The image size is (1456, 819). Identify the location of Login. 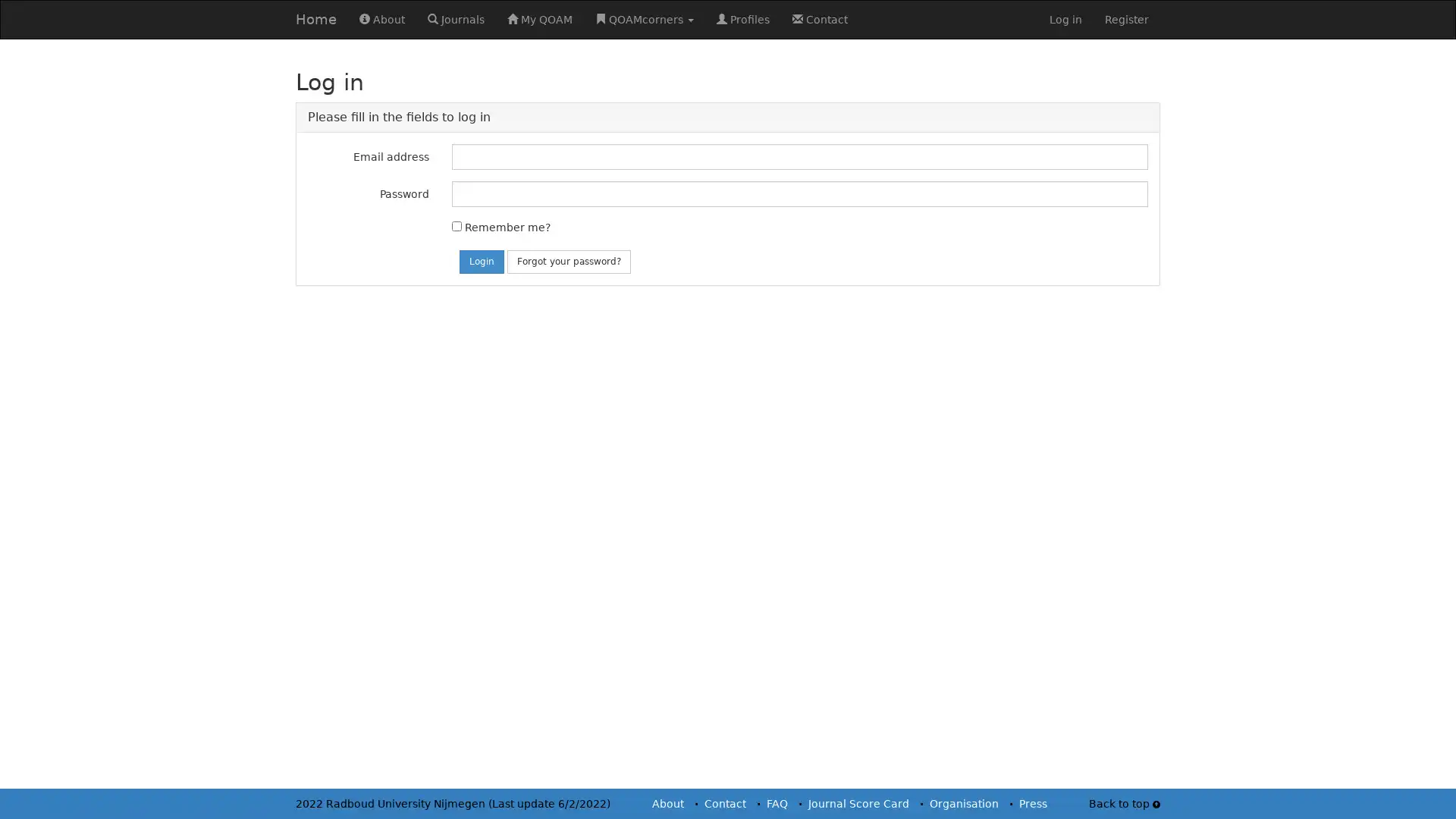
(480, 260).